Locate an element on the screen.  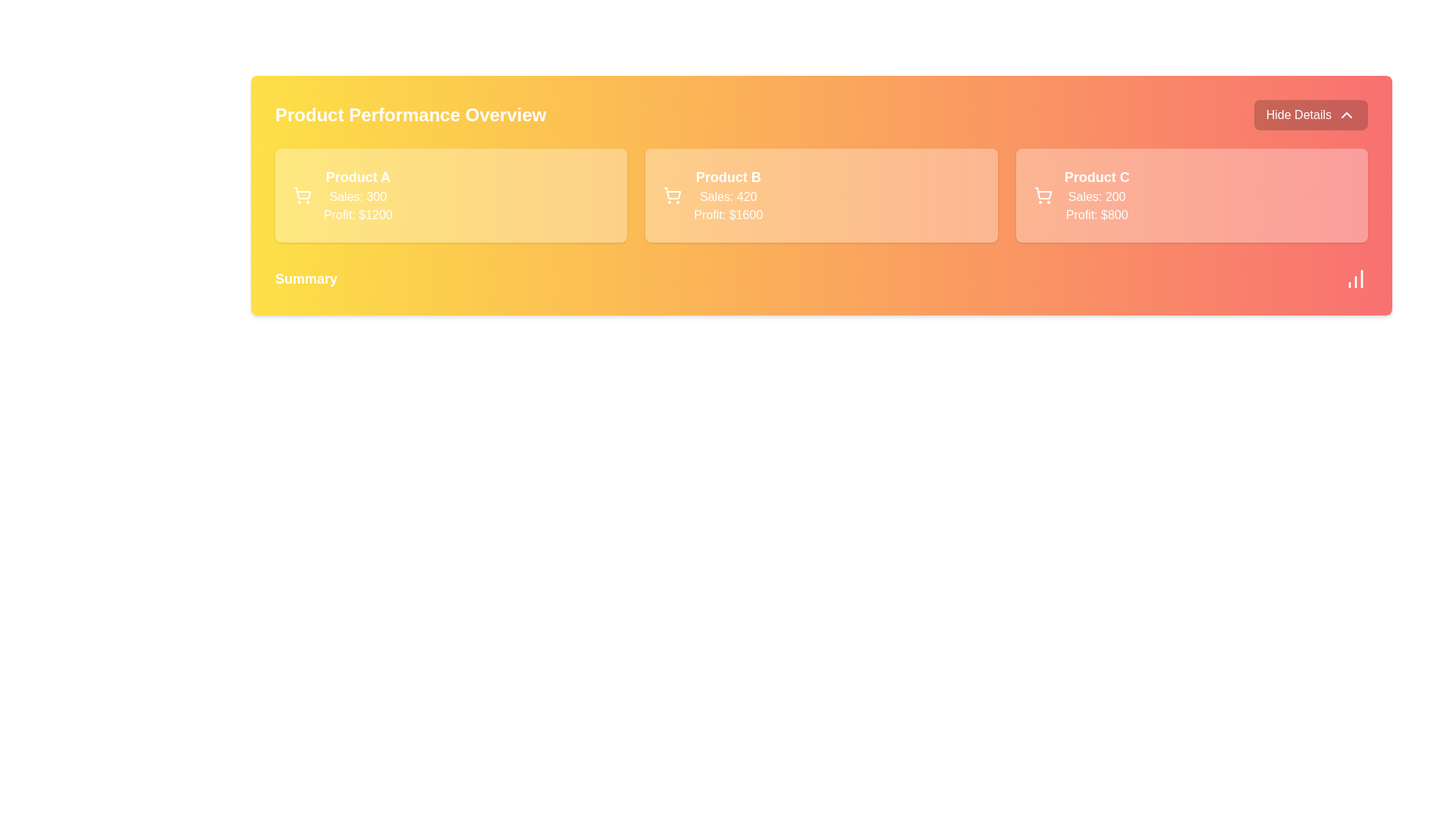
the Text label displaying the profit value for 'Product C' located beneath 'Sales: 200' in the product performance panel is located at coordinates (1097, 215).